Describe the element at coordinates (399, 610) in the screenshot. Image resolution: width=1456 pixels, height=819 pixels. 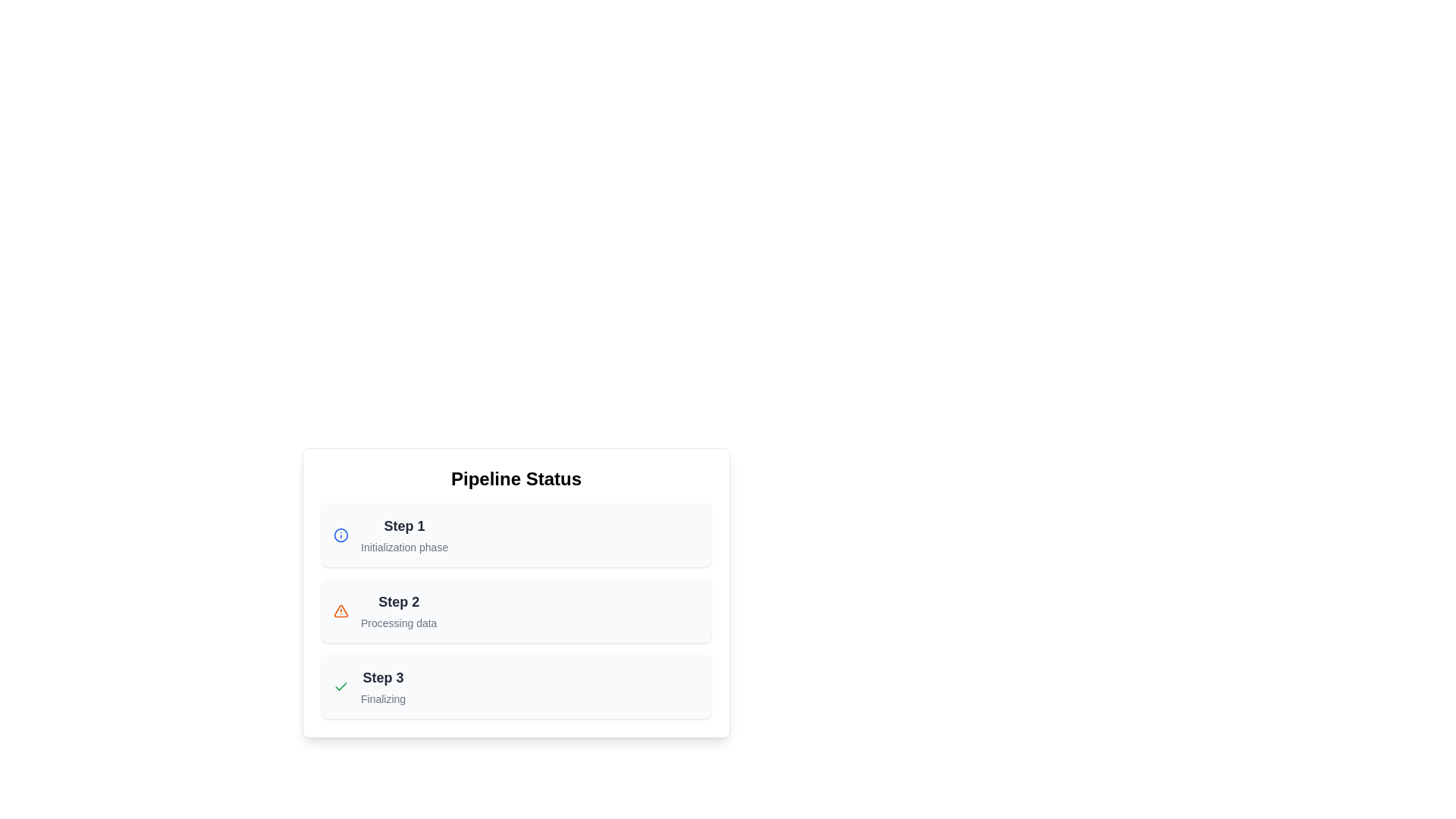
I see `the 'Step 2' text label, which indicates the current status in the multi-step process visualization, positioned between 'Step 1: Initialization phase' above and 'Step 3: Finalizing' below` at that location.